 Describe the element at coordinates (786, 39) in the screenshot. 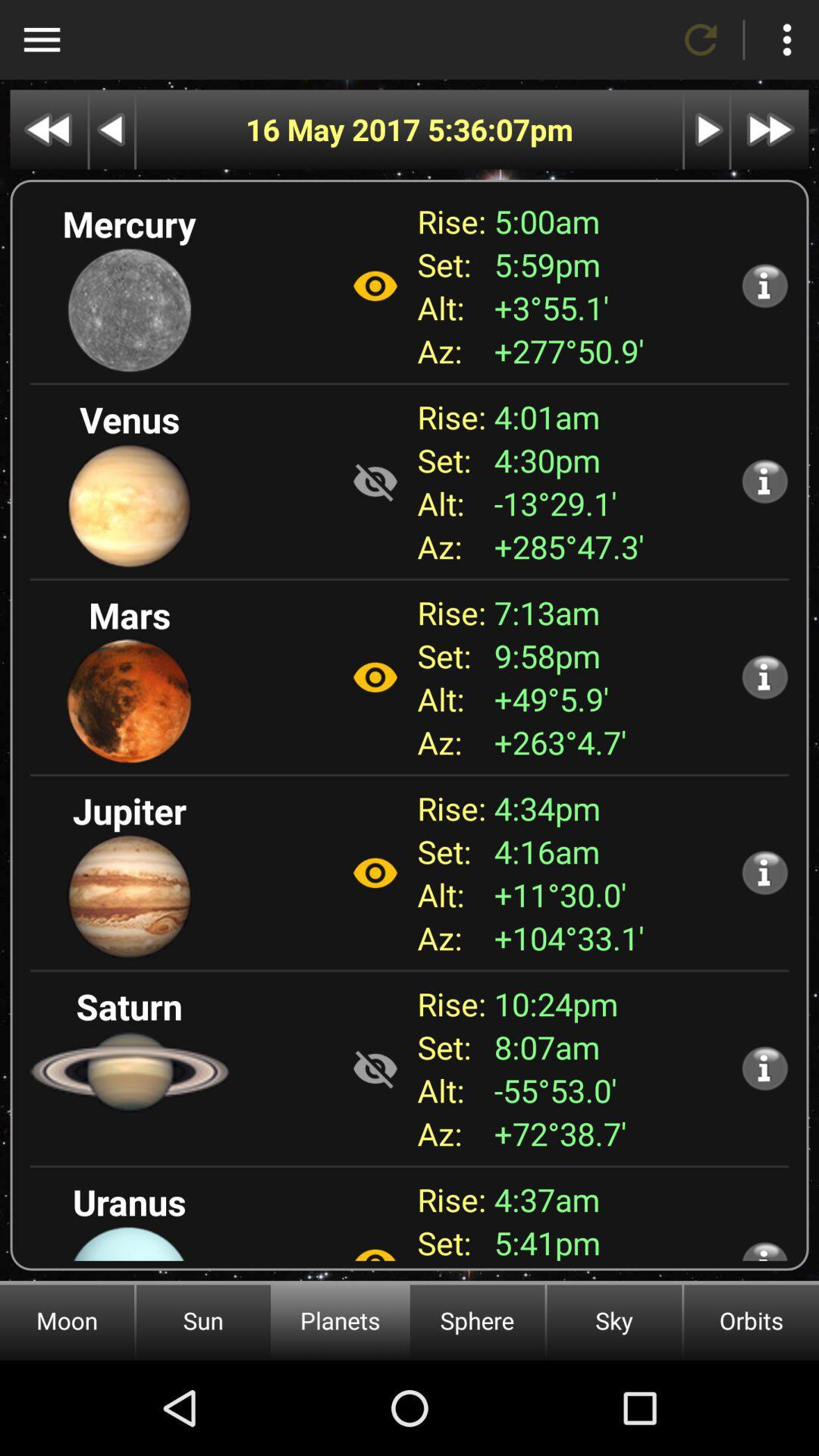

I see `the more icon` at that location.